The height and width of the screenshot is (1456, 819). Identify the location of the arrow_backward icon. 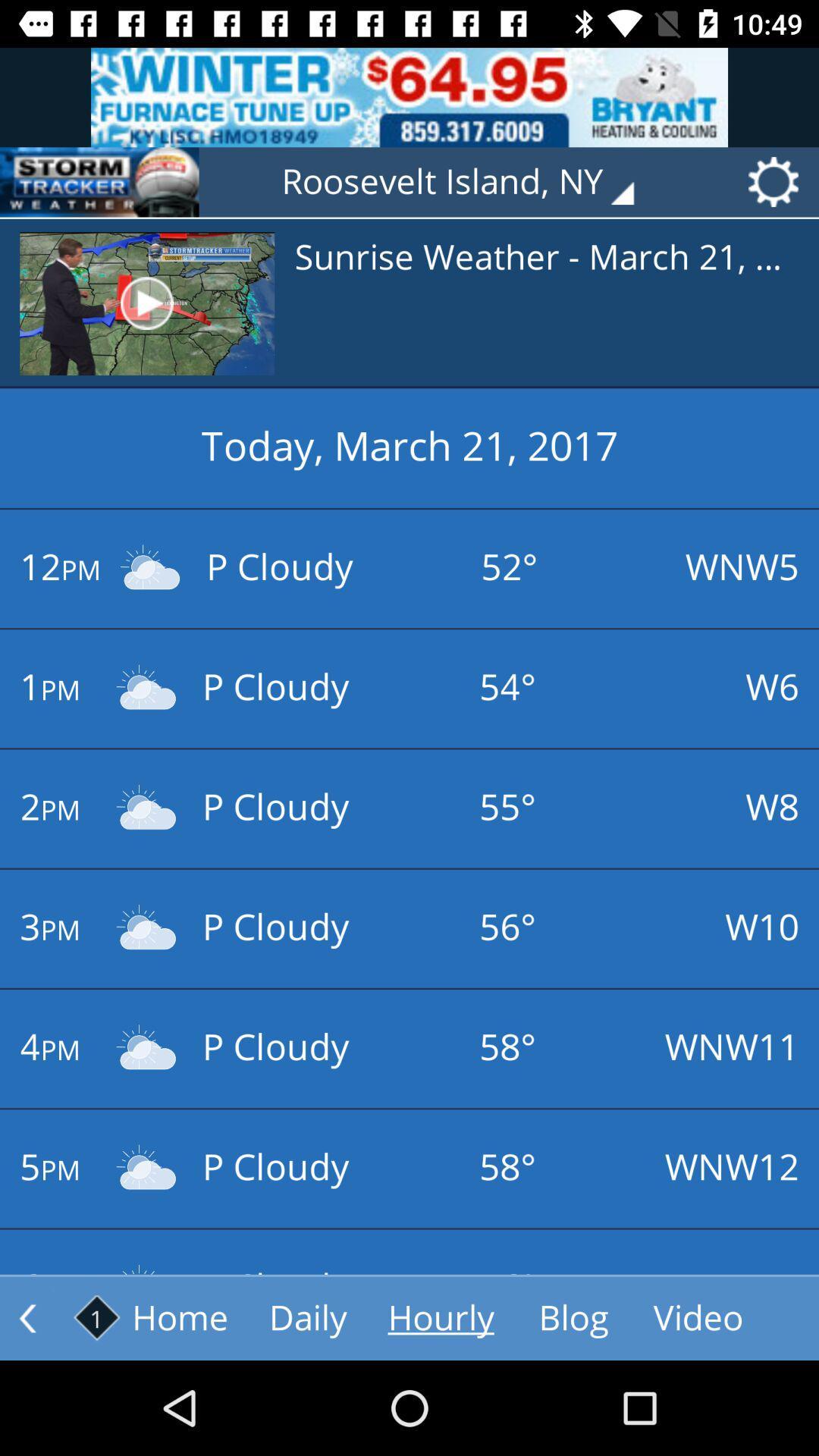
(27, 1317).